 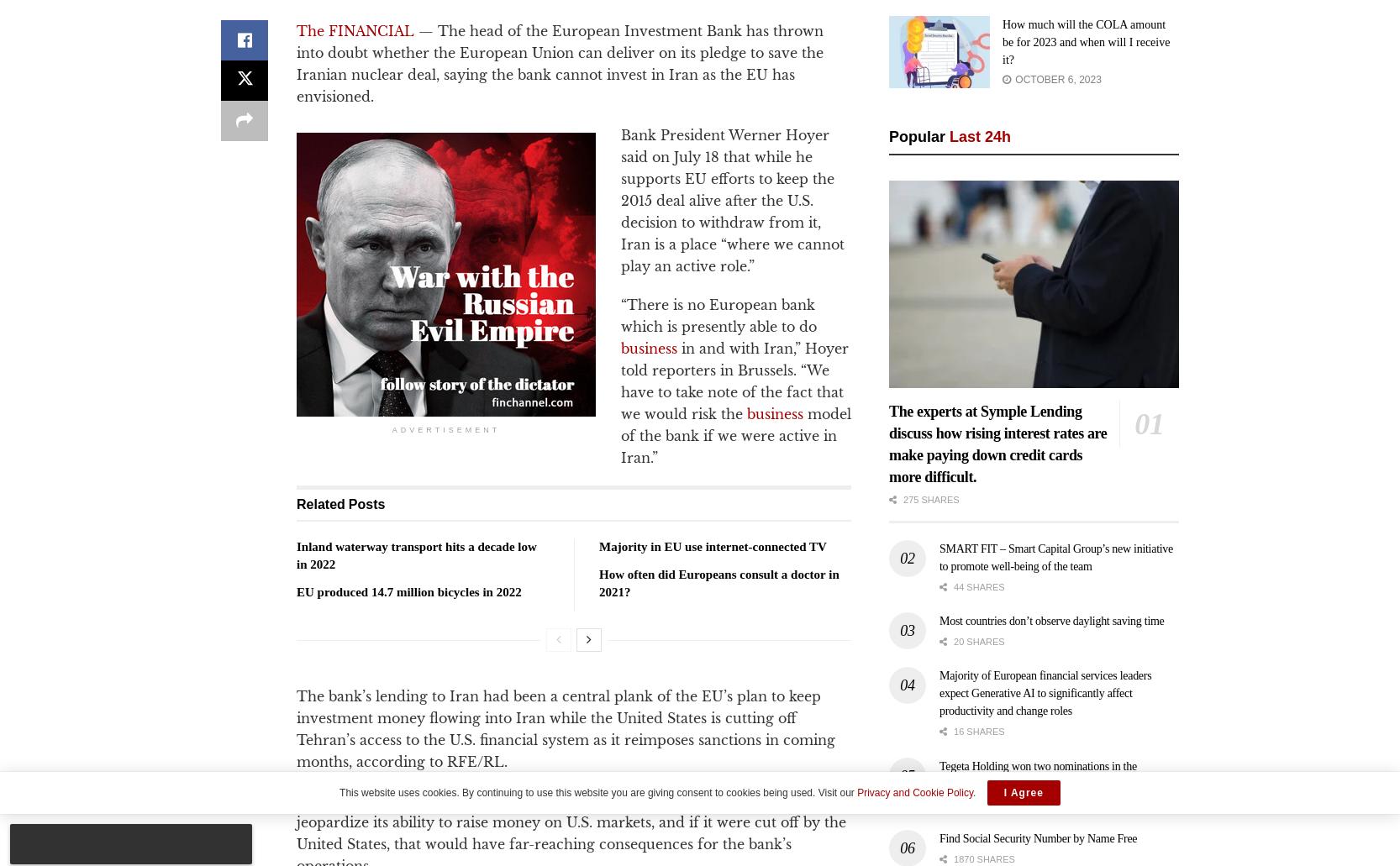 What do you see at coordinates (939, 557) in the screenshot?
I see `'SMART FIT – Smart Capital Group’s new initiative to promote well-being of the team'` at bounding box center [939, 557].